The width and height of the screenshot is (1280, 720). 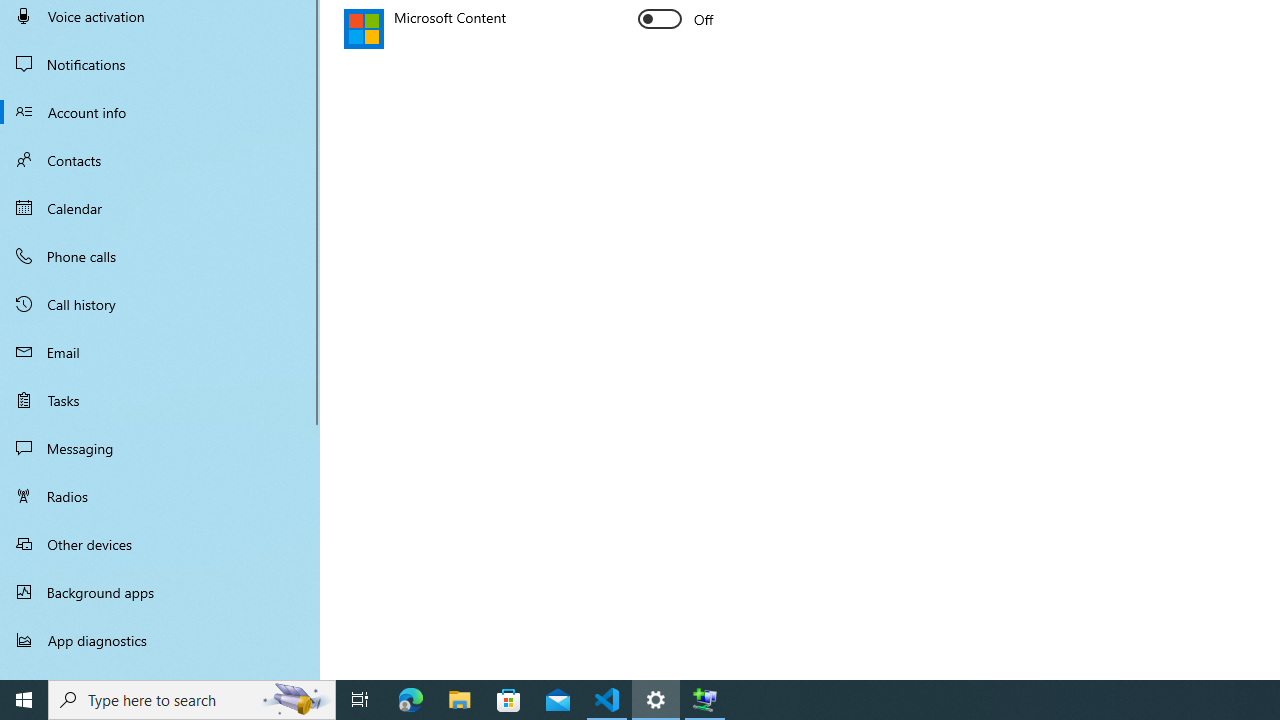 I want to click on 'Type here to search', so click(x=192, y=698).